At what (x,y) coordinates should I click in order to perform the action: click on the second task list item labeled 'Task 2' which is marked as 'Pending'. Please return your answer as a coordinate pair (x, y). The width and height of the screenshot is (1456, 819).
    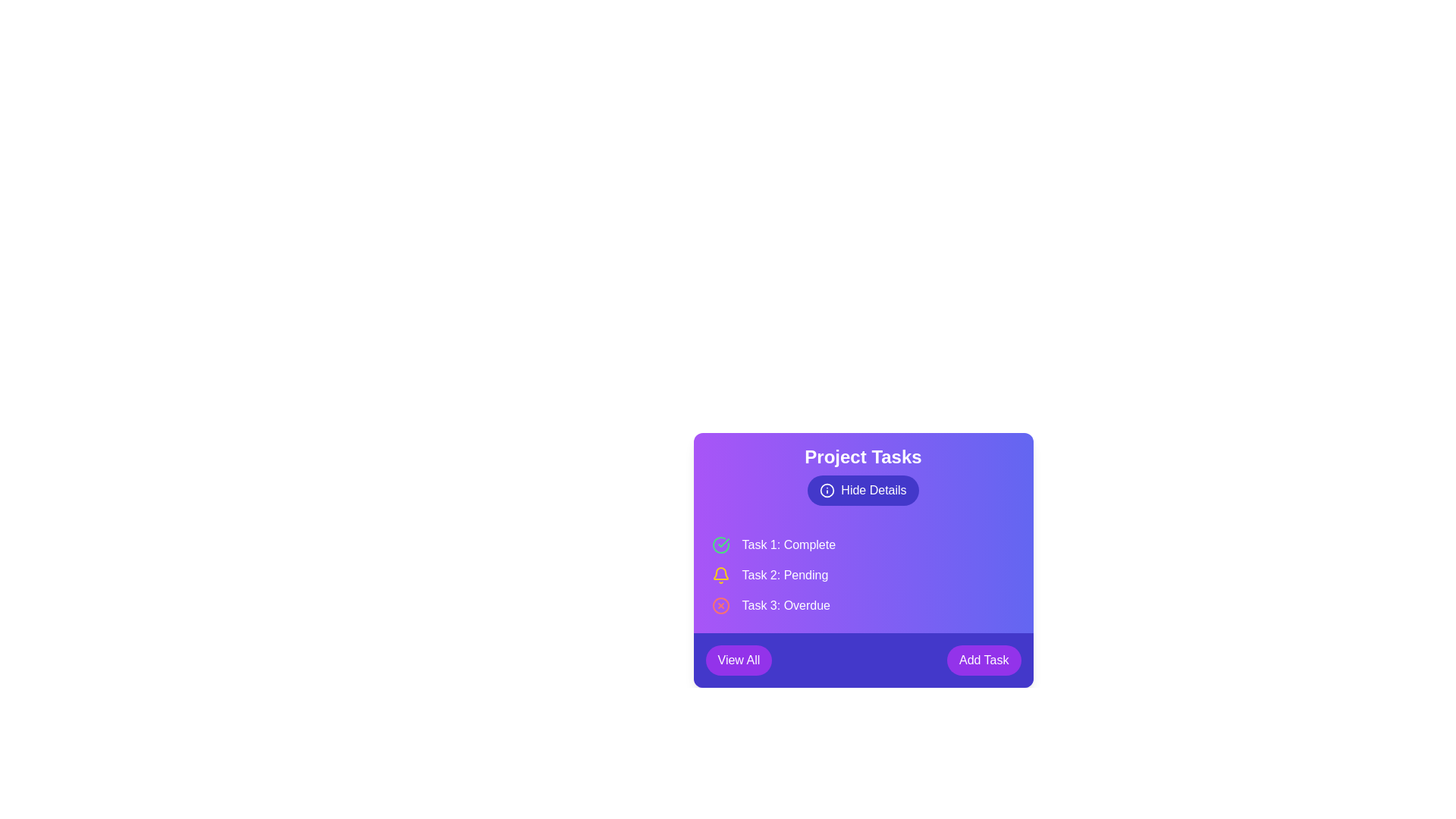
    Looking at the image, I should click on (863, 576).